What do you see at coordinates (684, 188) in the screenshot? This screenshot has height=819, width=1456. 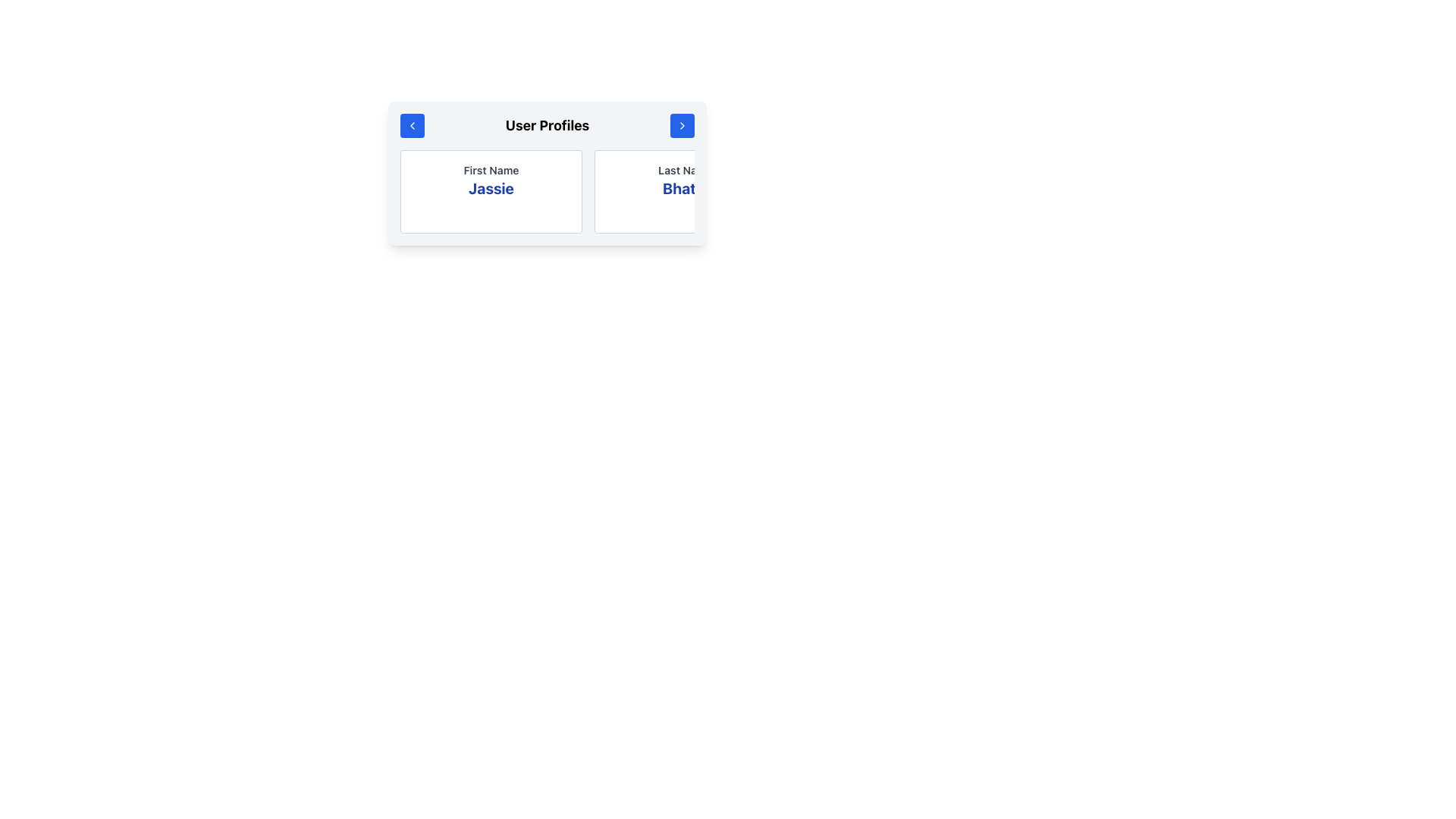 I see `the text display element that shows the user's last name, located under the 'Last Name' label in the user profile section` at bounding box center [684, 188].